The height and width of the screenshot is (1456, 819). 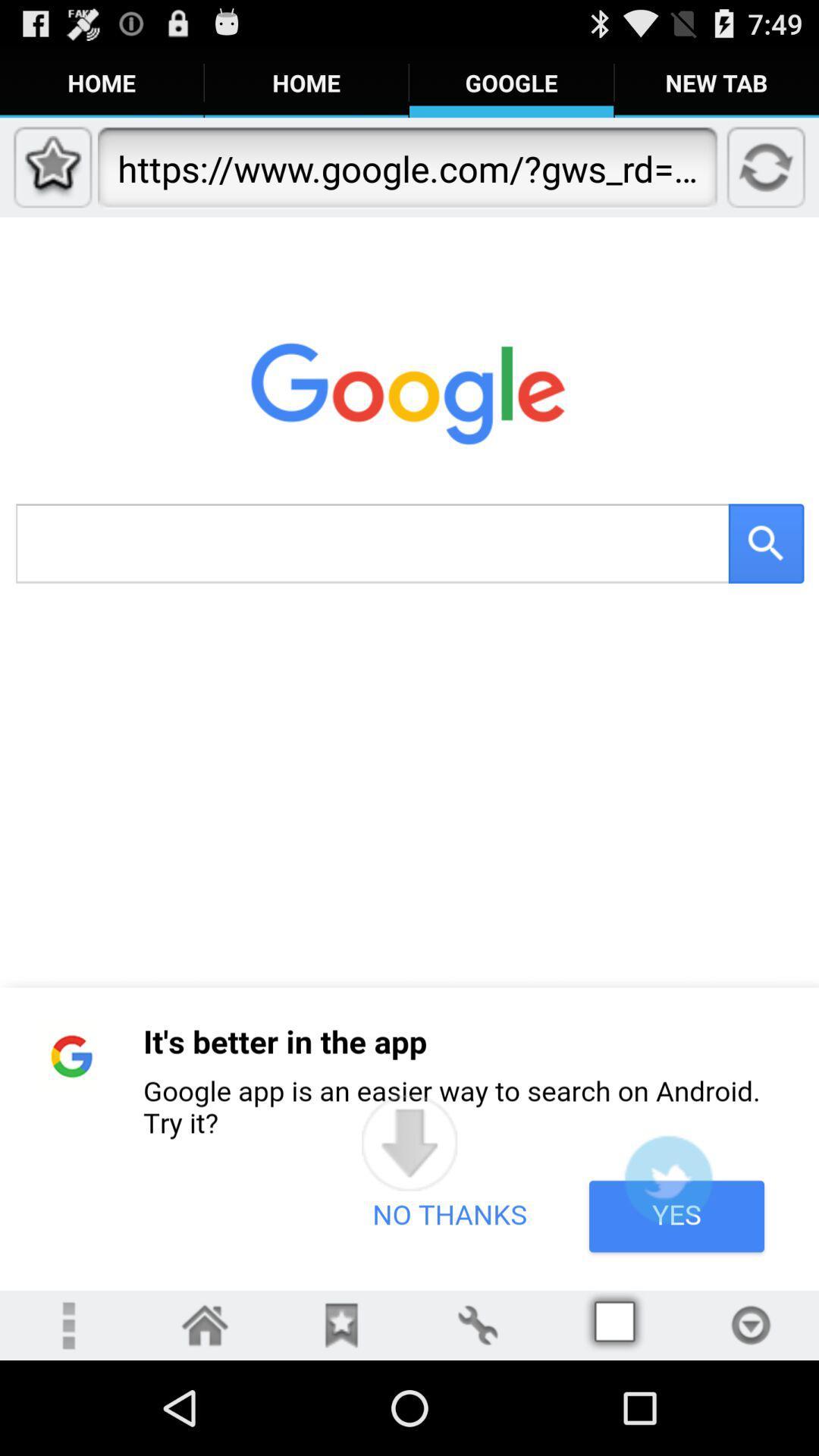 I want to click on menu pega, so click(x=751, y=1324).